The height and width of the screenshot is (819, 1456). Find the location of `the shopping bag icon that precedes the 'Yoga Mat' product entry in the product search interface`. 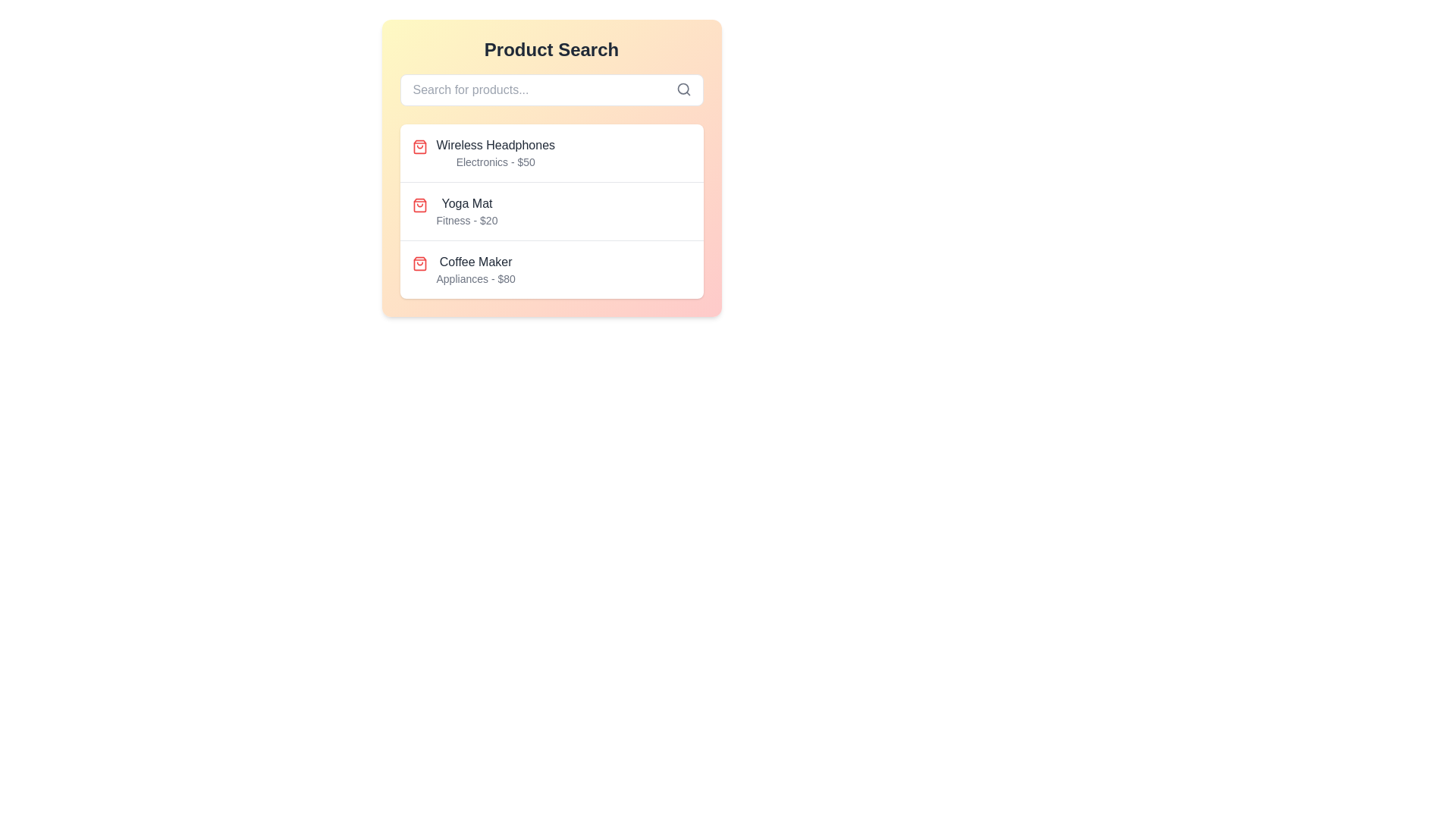

the shopping bag icon that precedes the 'Yoga Mat' product entry in the product search interface is located at coordinates (419, 205).